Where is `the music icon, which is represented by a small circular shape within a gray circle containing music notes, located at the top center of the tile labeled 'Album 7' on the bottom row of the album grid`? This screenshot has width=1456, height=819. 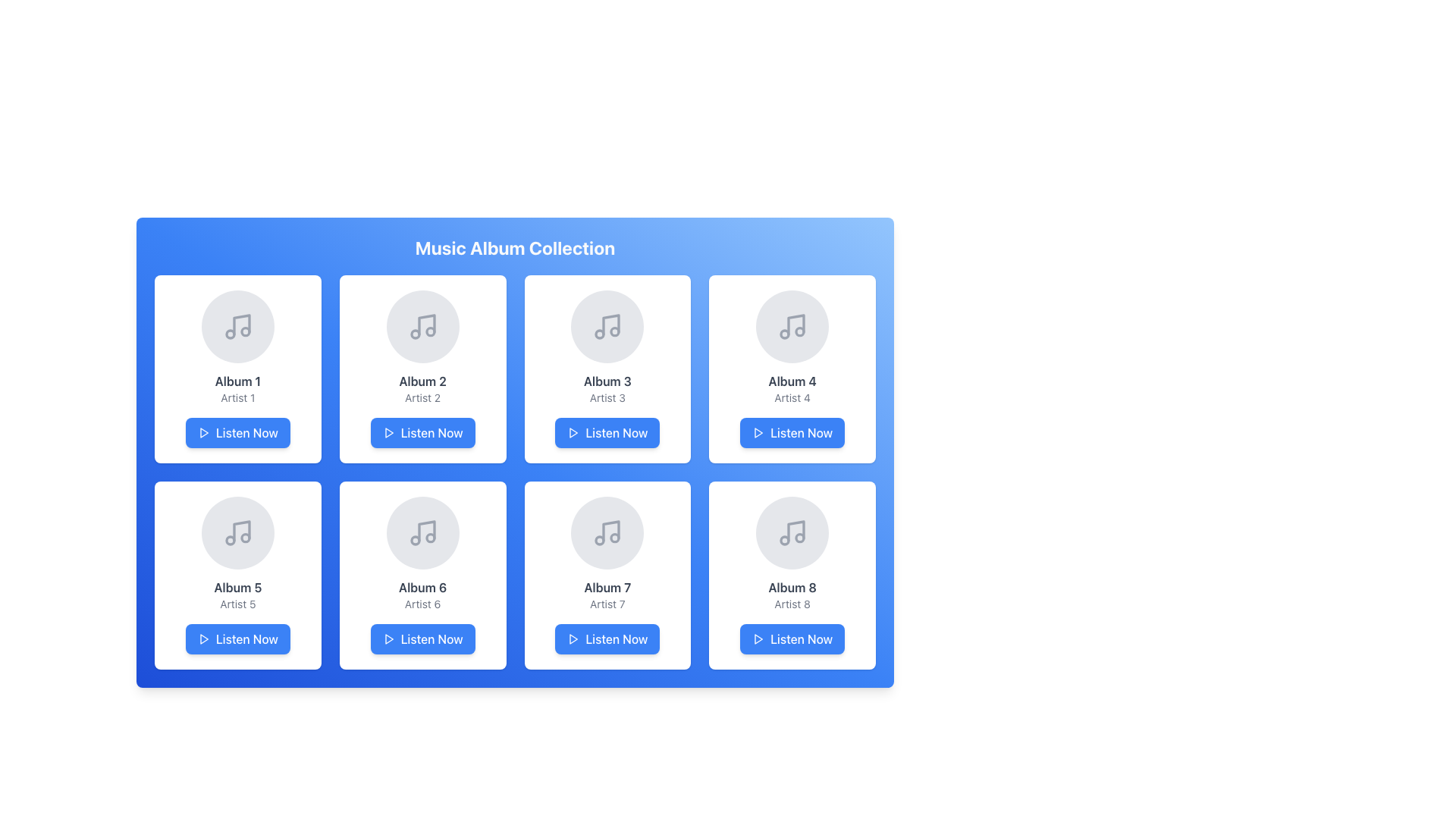
the music icon, which is represented by a small circular shape within a gray circle containing music notes, located at the top center of the tile labeled 'Album 7' on the bottom row of the album grid is located at coordinates (599, 540).